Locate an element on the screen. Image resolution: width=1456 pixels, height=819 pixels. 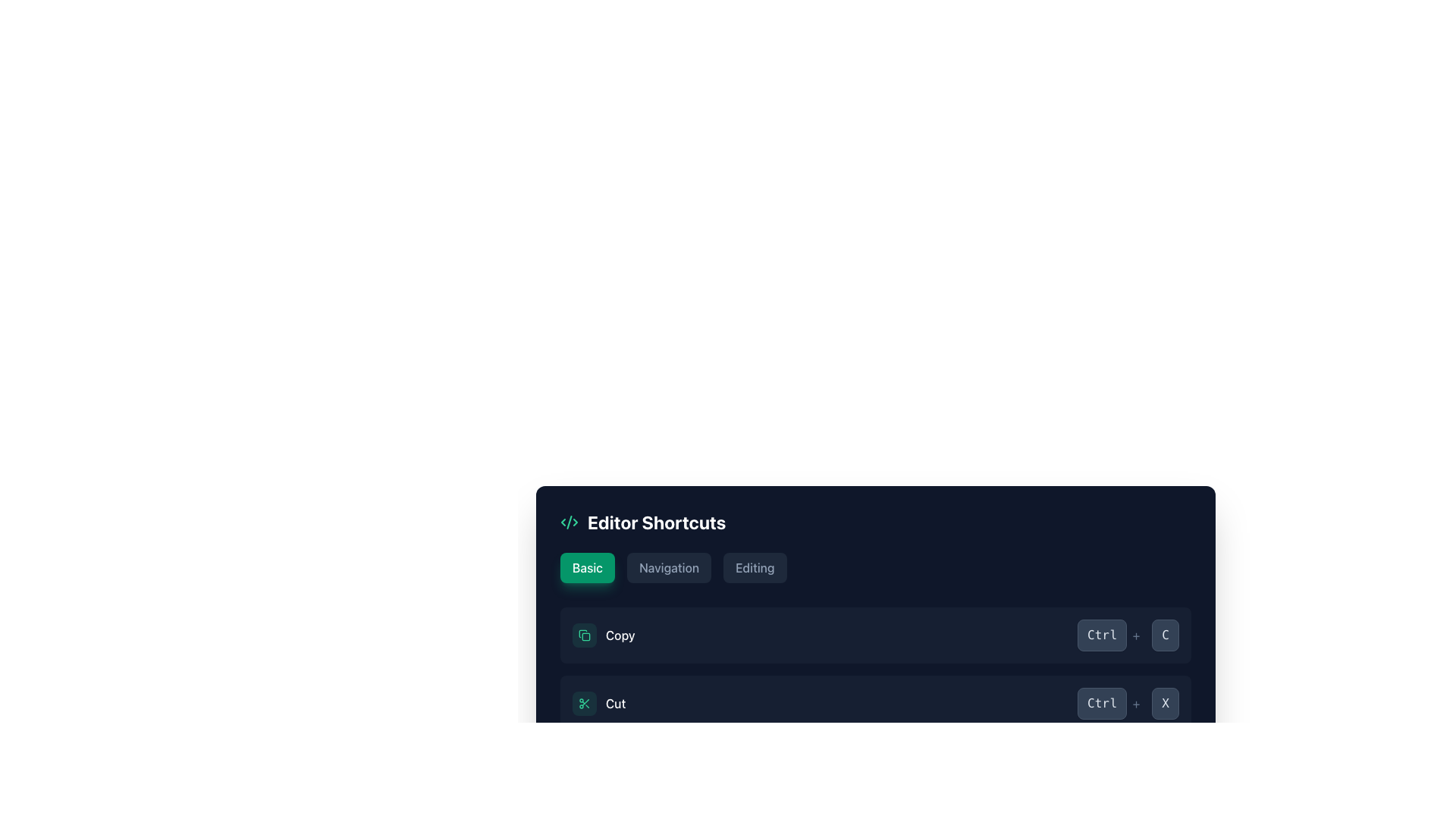
the Key display button, which is a rectangular button with a dark slate gray background and the letter 'S' in light gray font, located at the bottom-right corner of the interface is located at coordinates (1165, 772).